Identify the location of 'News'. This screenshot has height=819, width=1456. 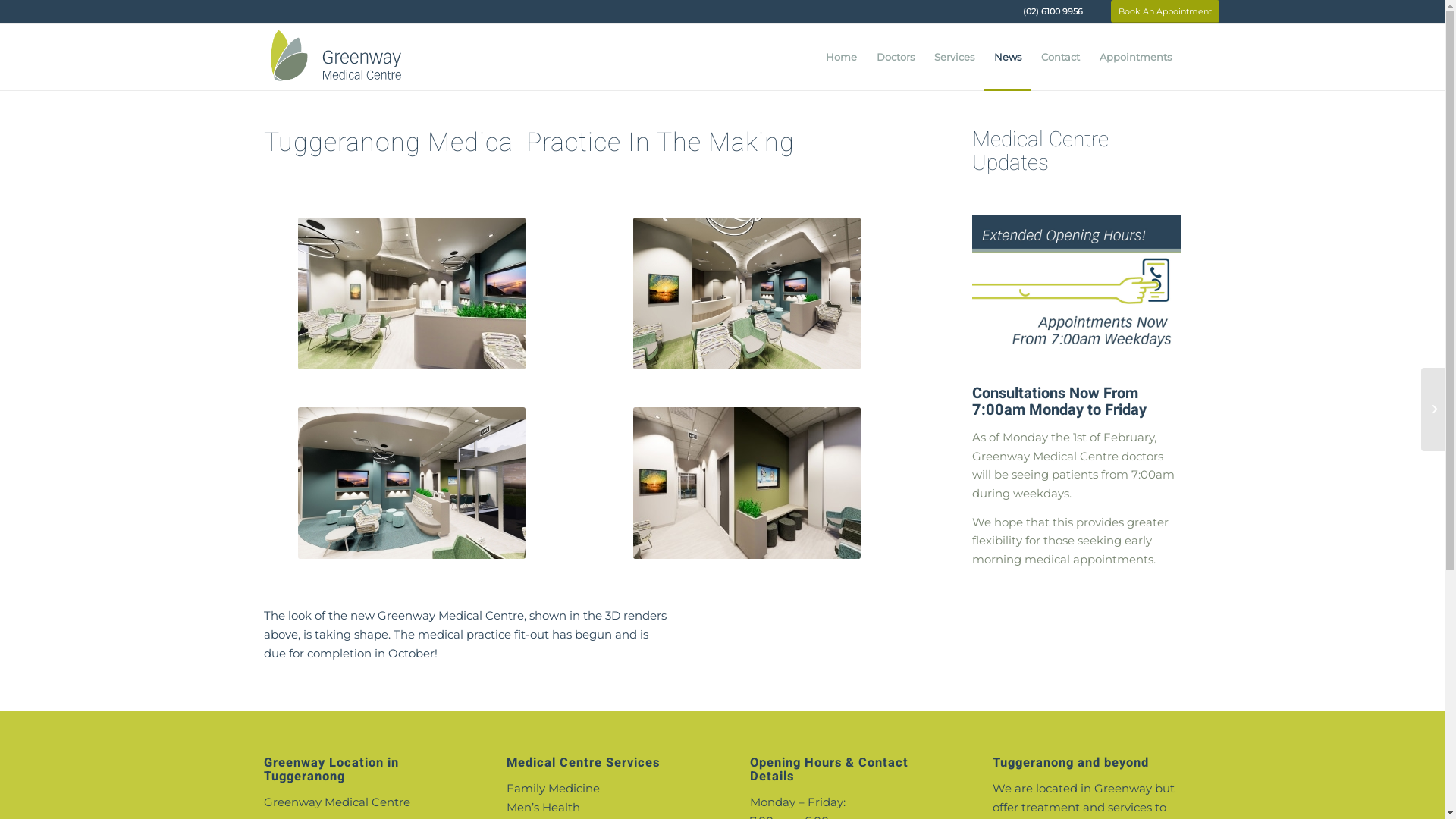
(1008, 55).